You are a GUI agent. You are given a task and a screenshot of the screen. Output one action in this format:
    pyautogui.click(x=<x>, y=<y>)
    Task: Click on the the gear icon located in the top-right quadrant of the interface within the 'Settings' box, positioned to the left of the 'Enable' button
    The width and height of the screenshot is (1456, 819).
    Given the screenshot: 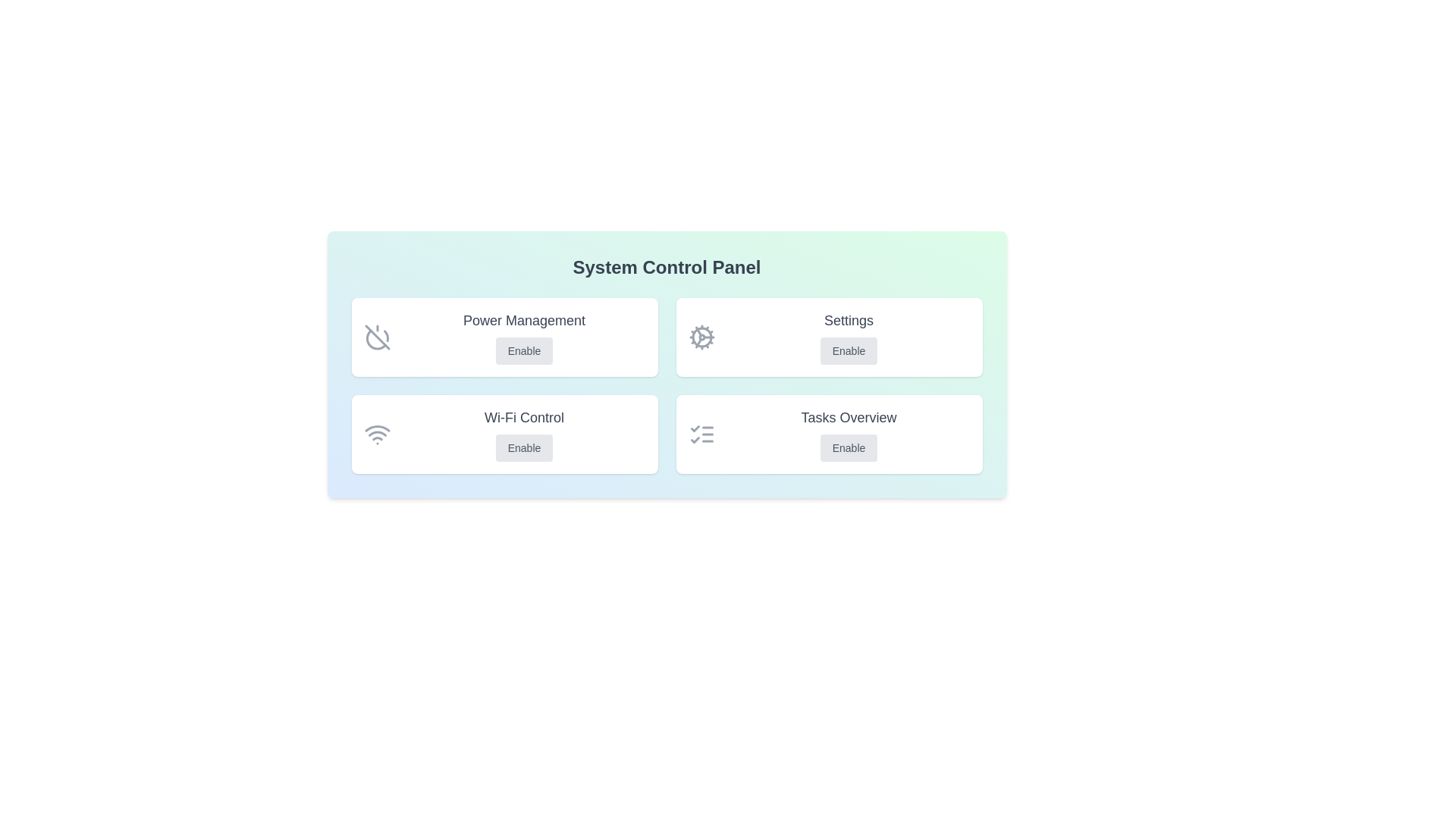 What is the action you would take?
    pyautogui.click(x=701, y=336)
    